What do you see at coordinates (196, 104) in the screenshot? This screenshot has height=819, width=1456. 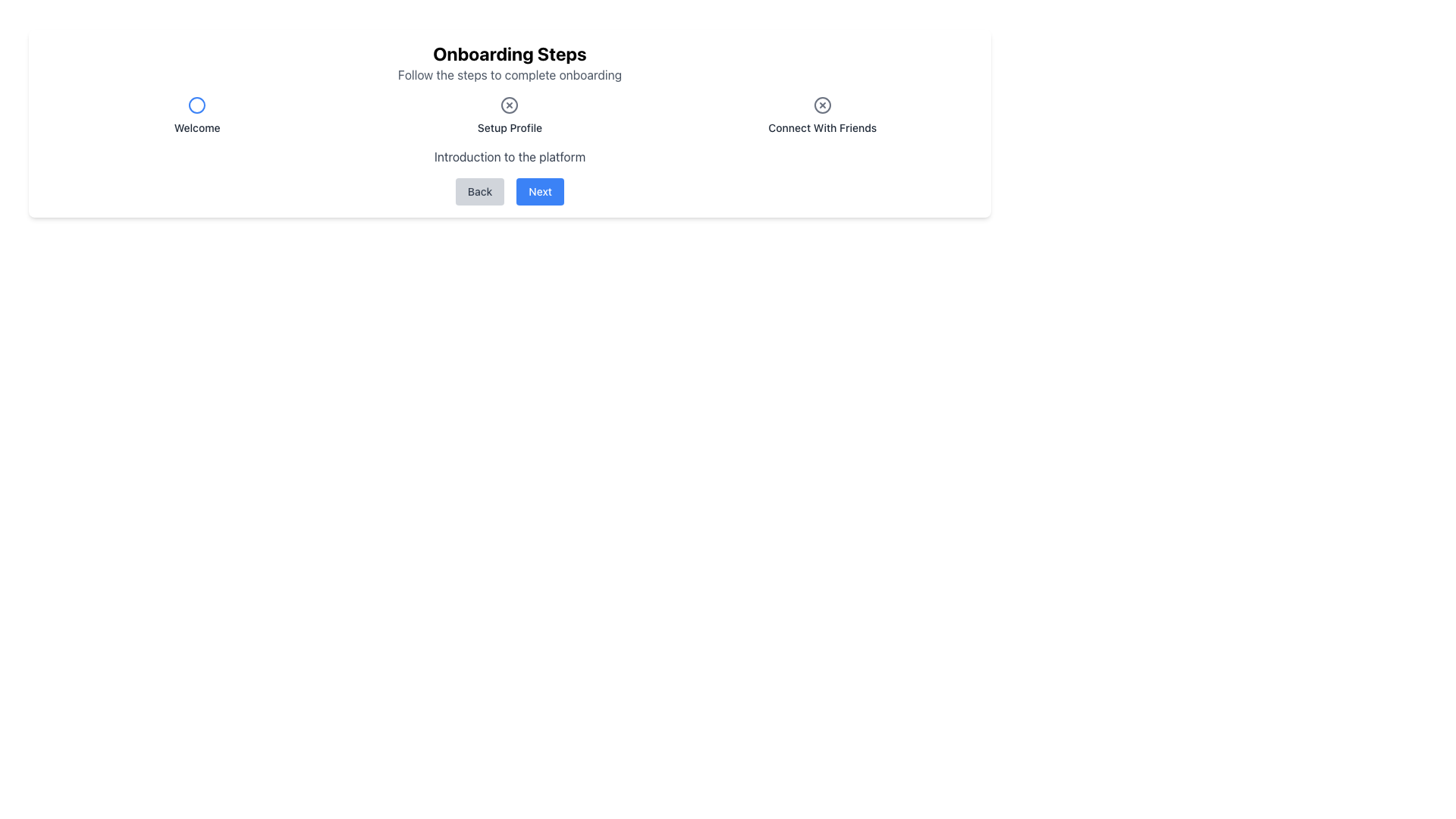 I see `the inner SVG Circle of the 'Welcome' onboarding step icon, which is located in the leftmost segment of the onboarding section` at bounding box center [196, 104].